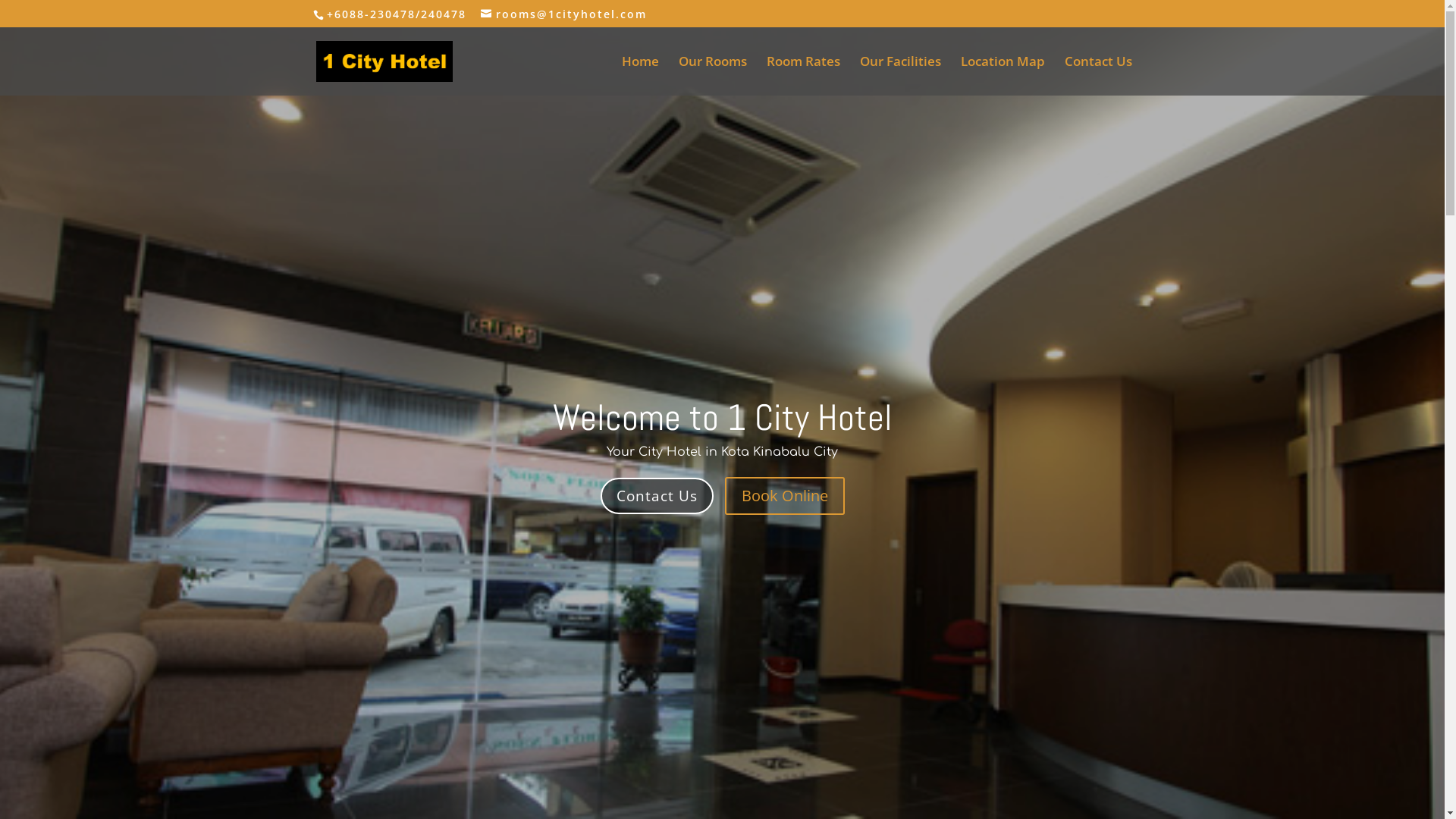  Describe the element at coordinates (1002, 76) in the screenshot. I see `'Location Map'` at that location.